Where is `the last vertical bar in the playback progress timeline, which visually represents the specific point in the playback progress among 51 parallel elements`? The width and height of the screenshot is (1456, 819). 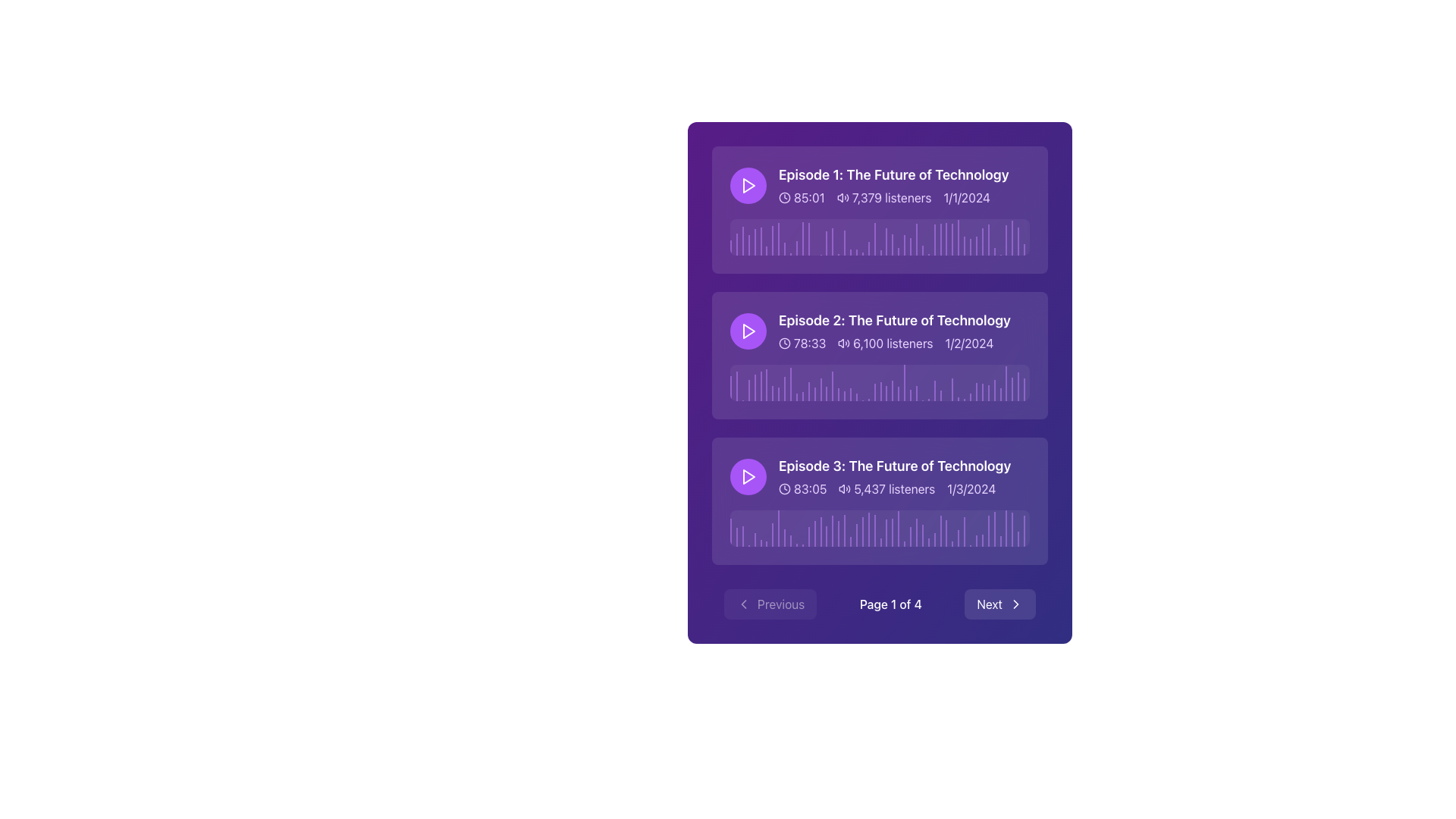
the last vertical bar in the playback progress timeline, which visually represents the specific point in the playback progress among 51 parallel elements is located at coordinates (1018, 386).